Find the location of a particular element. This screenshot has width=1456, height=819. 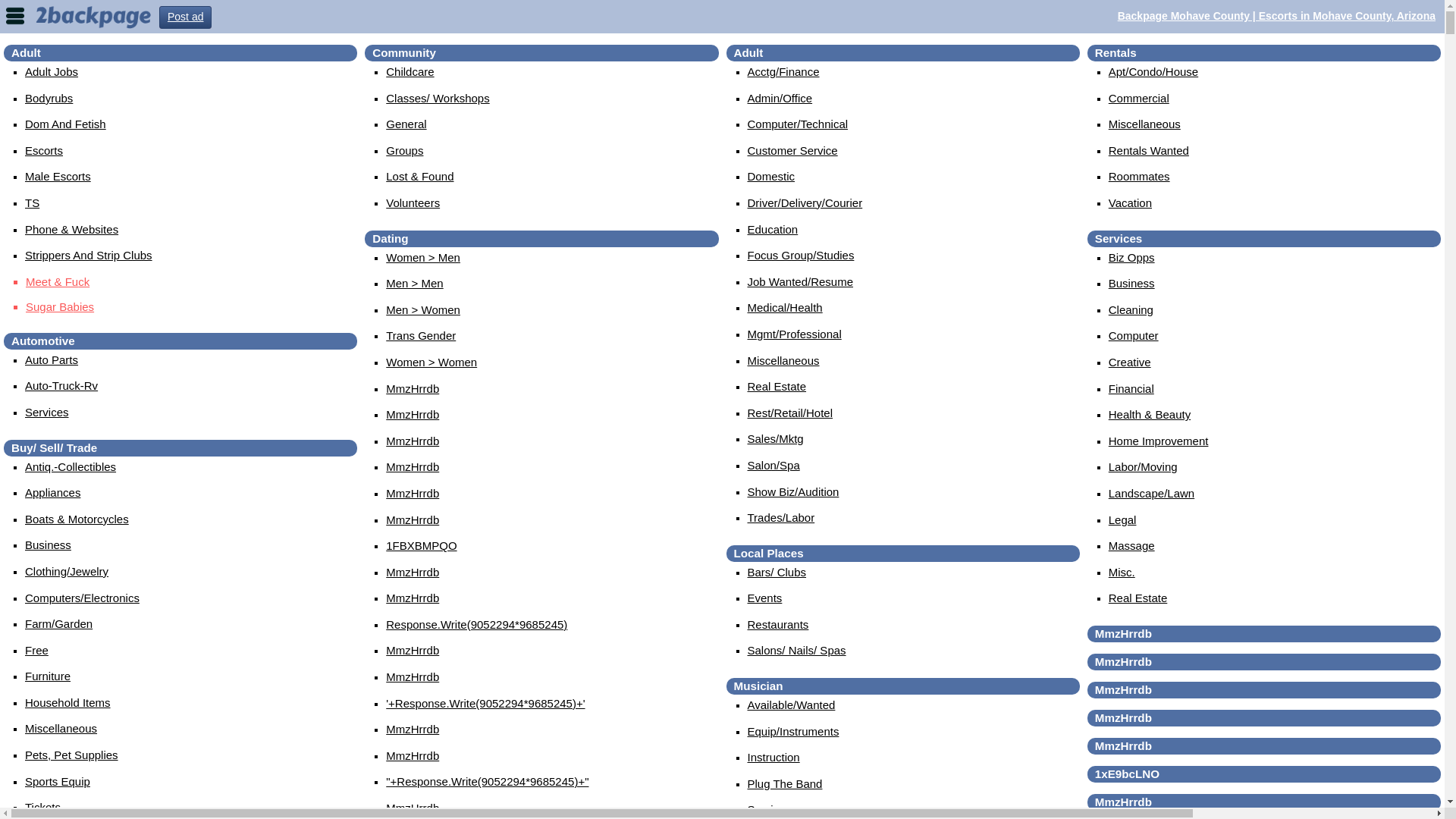

'MmzHrrdb' is located at coordinates (412, 728).